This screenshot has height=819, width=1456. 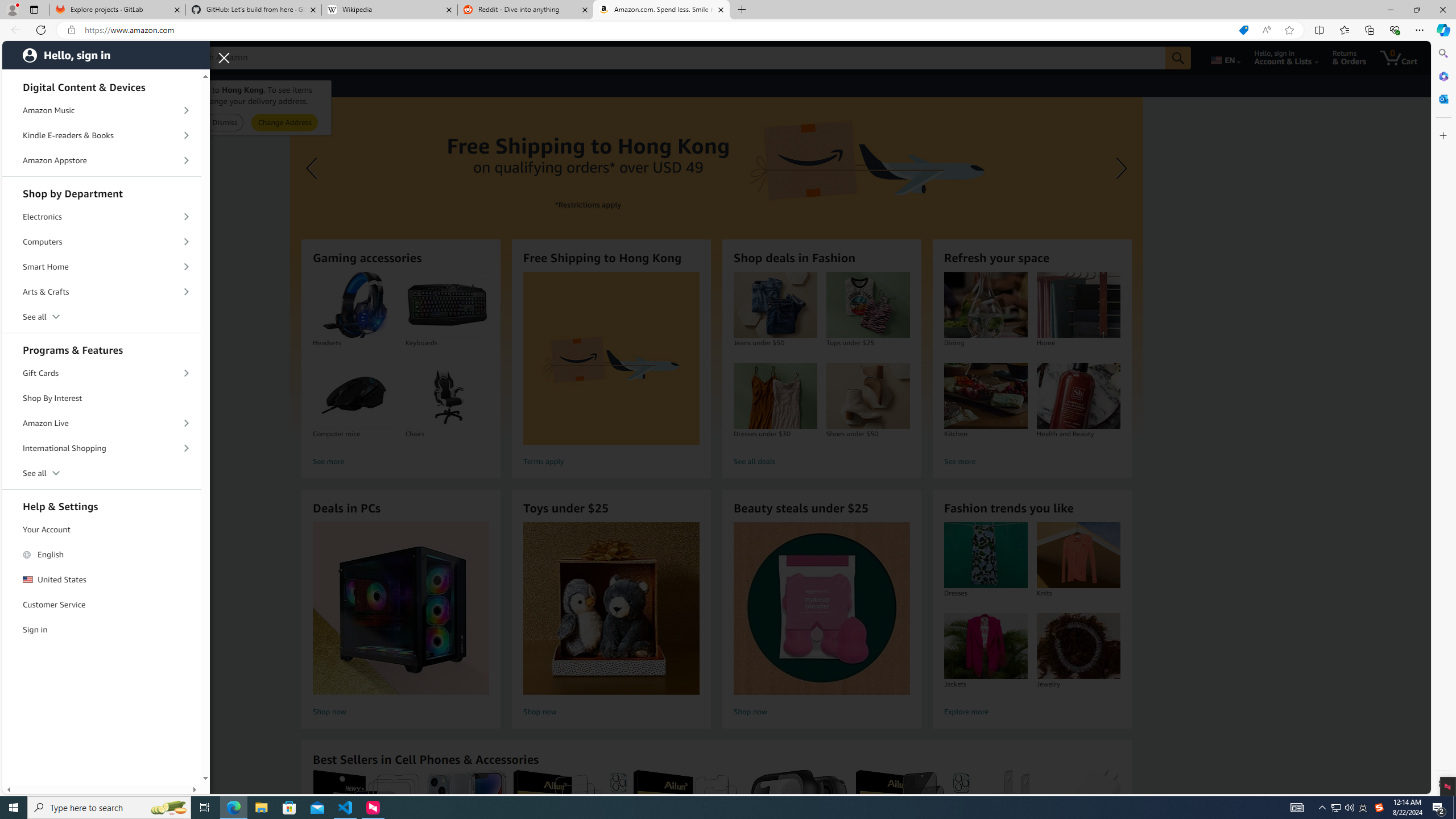 What do you see at coordinates (102, 579) in the screenshot?
I see `'United States'` at bounding box center [102, 579].